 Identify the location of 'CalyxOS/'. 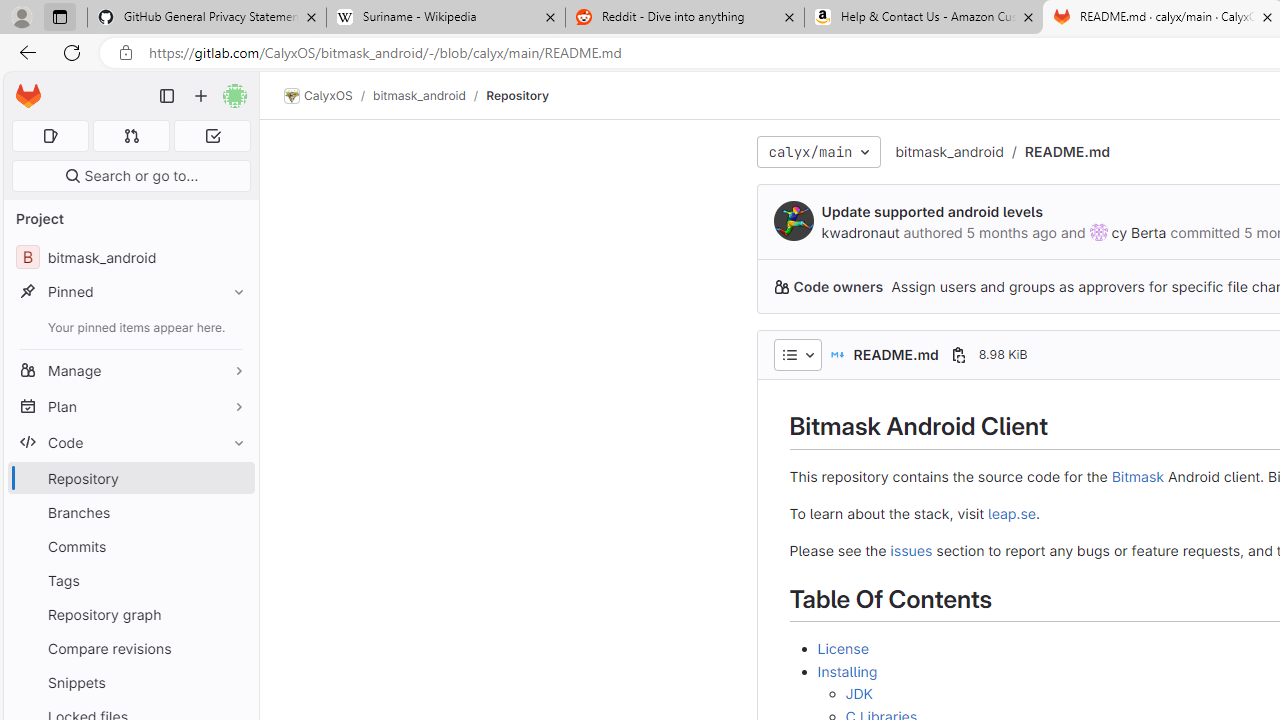
(328, 96).